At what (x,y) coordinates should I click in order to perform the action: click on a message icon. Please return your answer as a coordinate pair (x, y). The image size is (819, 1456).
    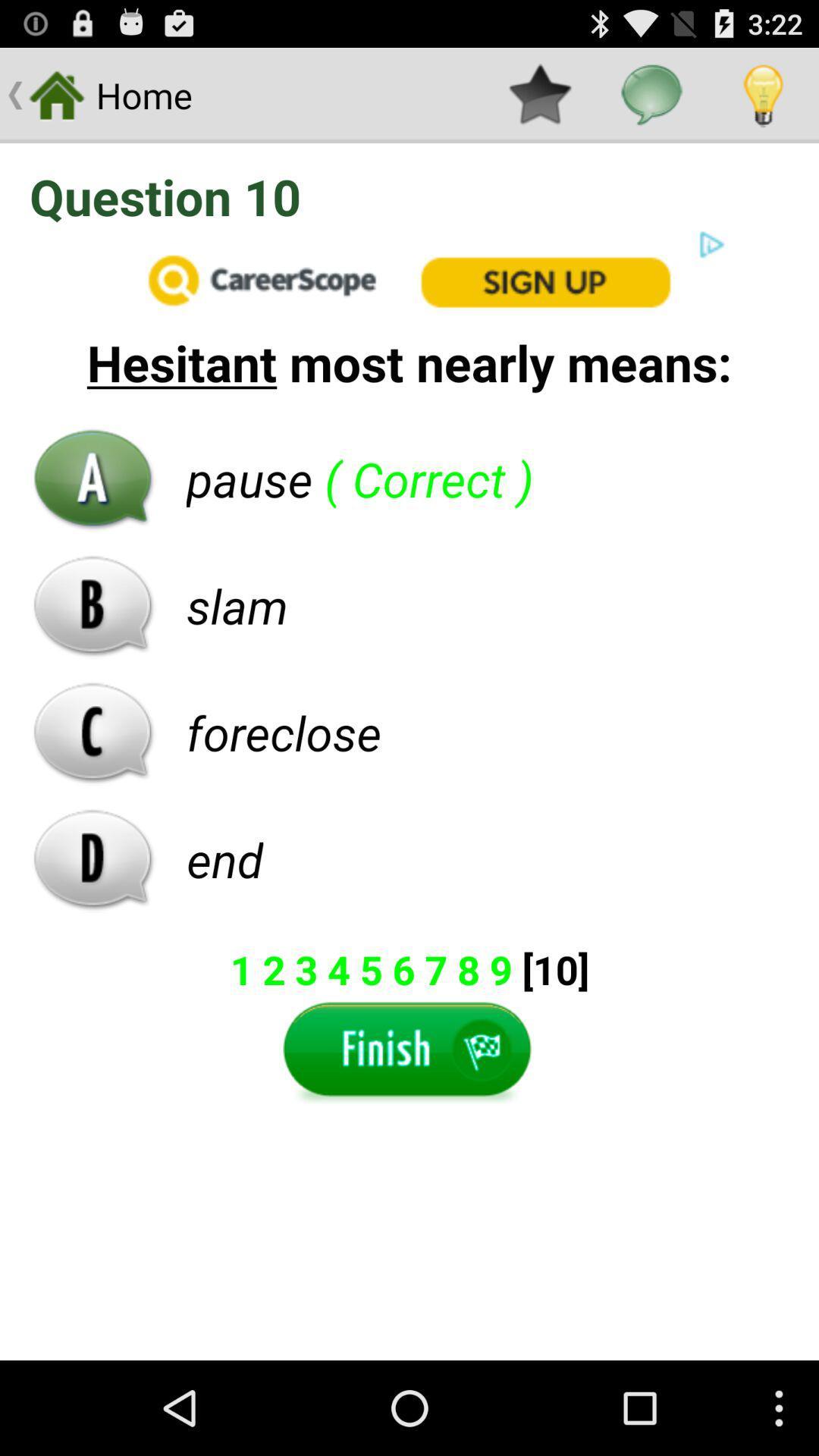
    Looking at the image, I should click on (651, 94).